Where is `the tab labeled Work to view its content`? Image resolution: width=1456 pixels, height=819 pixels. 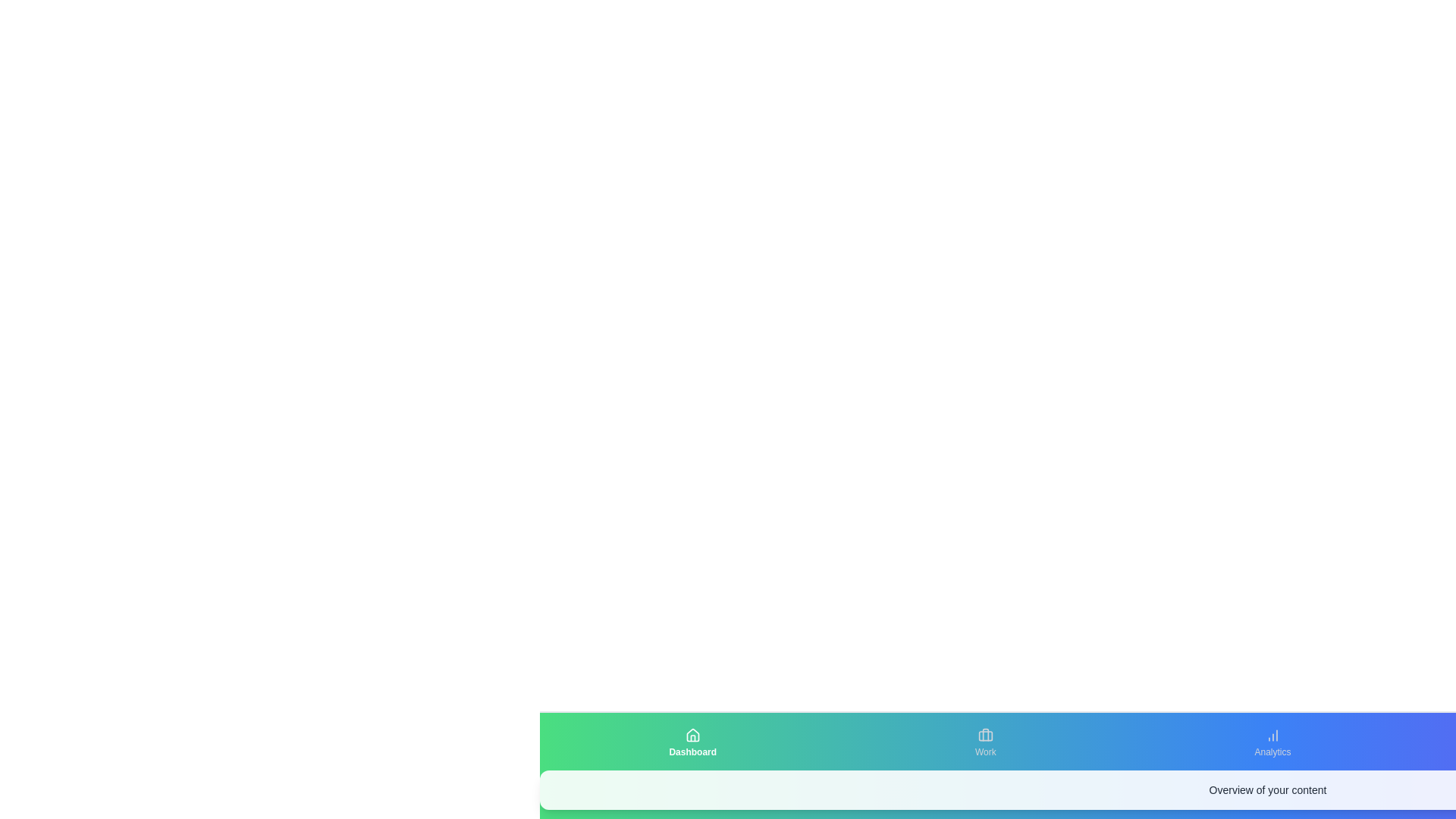 the tab labeled Work to view its content is located at coordinates (985, 742).